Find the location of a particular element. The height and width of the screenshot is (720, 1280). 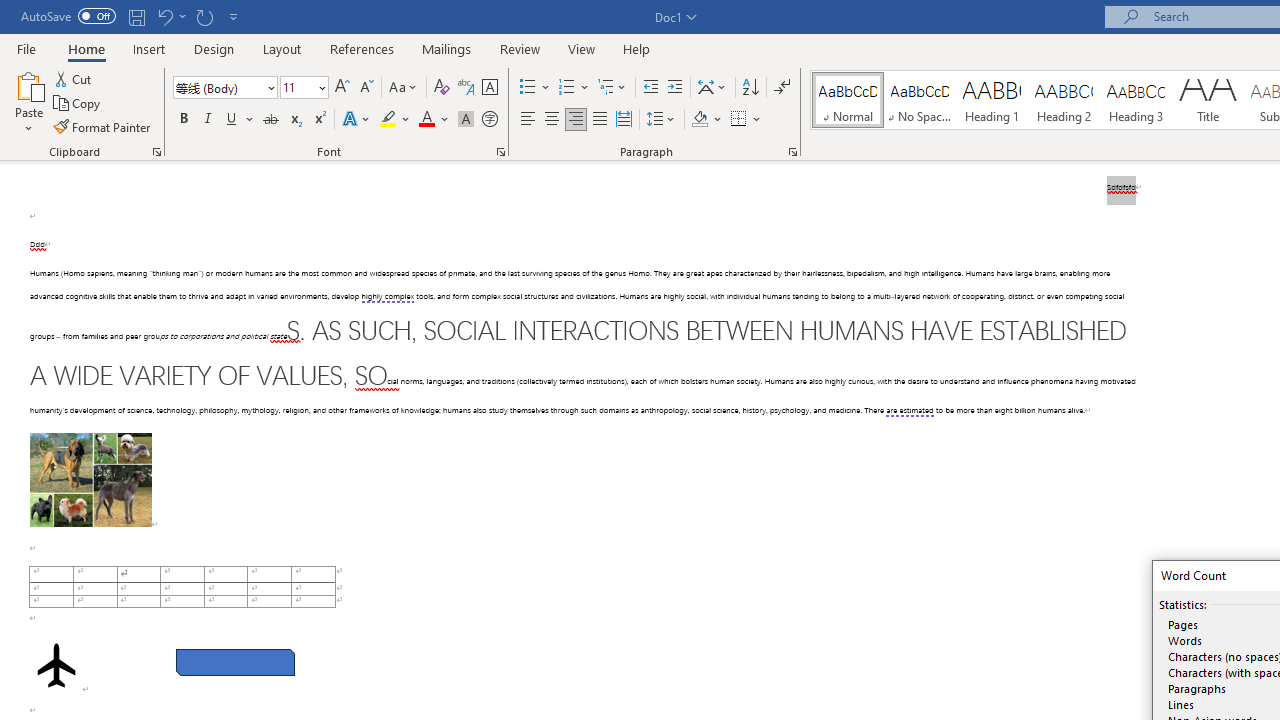

'Heading 3' is located at coordinates (1136, 100).